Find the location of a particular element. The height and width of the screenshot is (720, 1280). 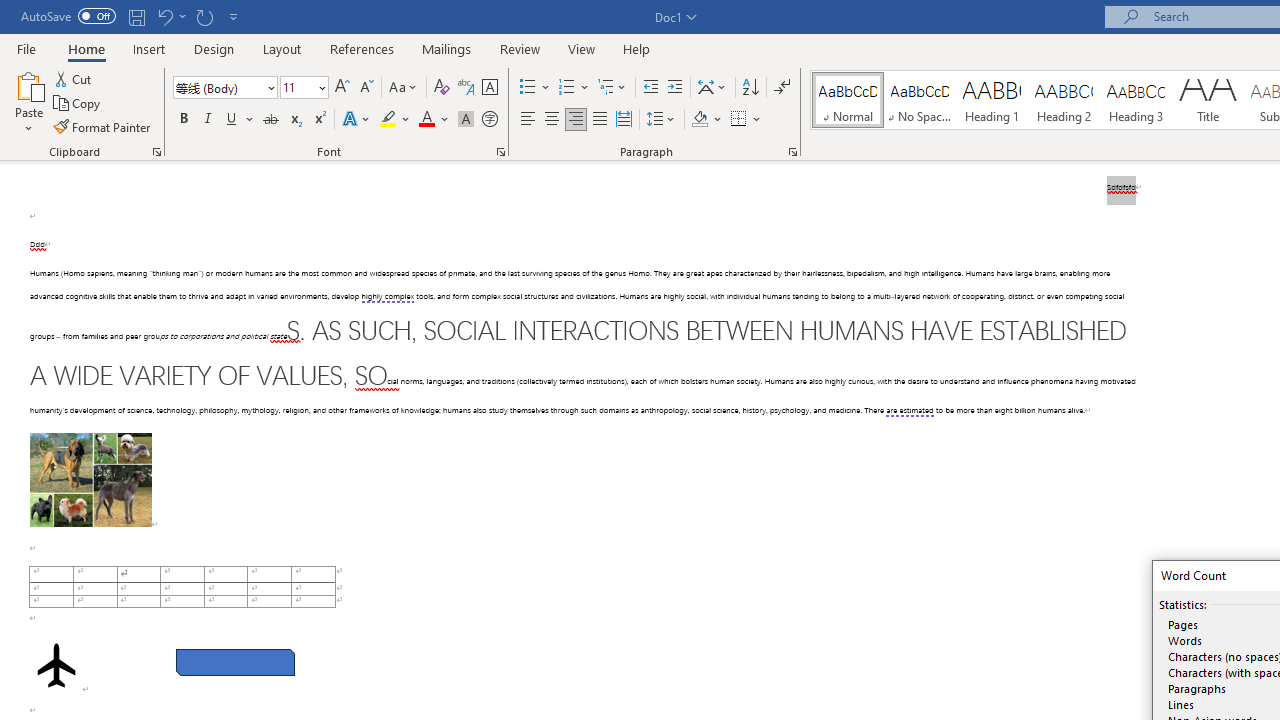

'Heading 3' is located at coordinates (1136, 100).